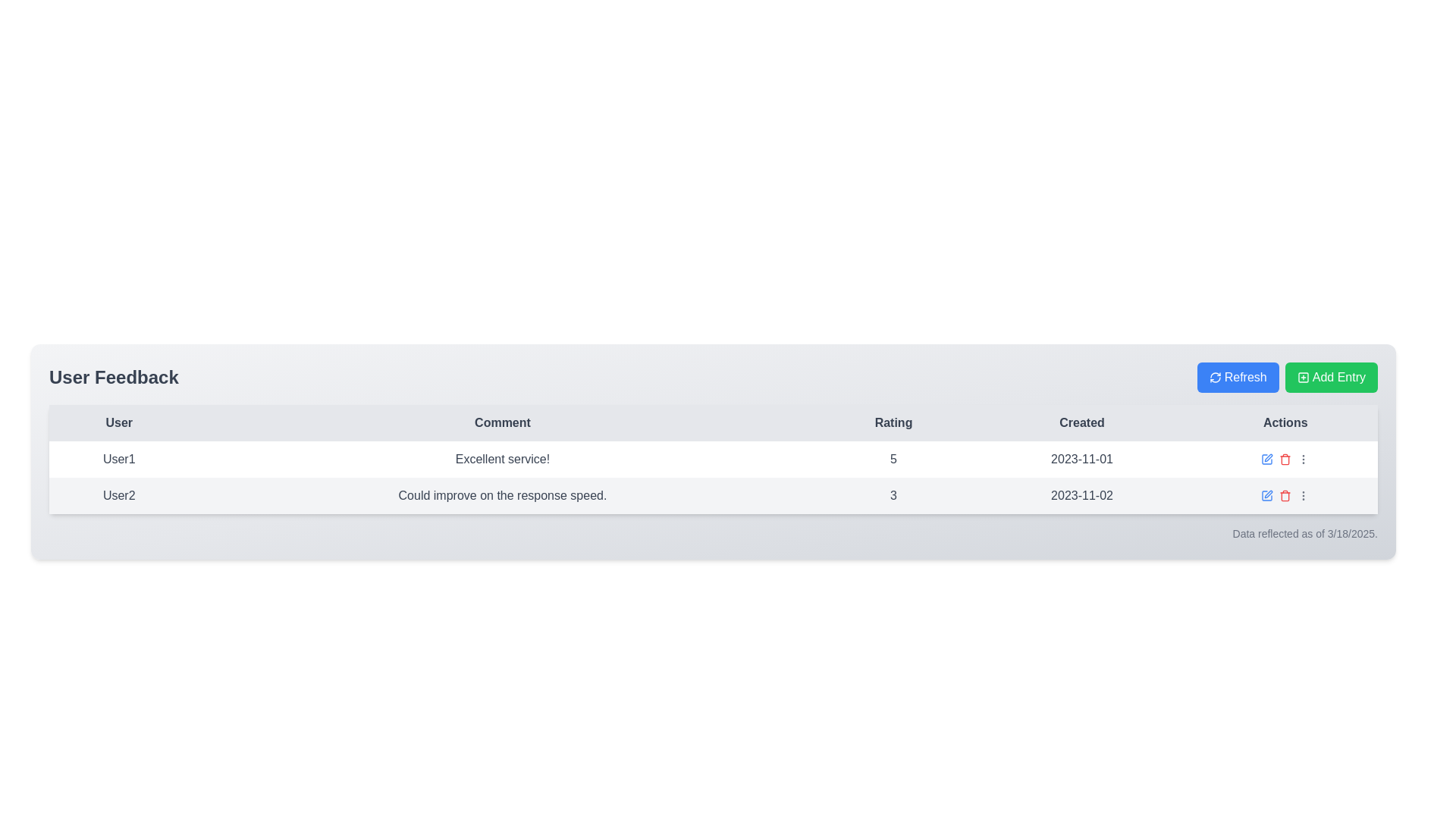 This screenshot has height=819, width=1456. Describe the element at coordinates (1215, 376) in the screenshot. I see `the refresh icon within the blue button labeled 'Refresh', located near the top-right corner of the interface` at that location.